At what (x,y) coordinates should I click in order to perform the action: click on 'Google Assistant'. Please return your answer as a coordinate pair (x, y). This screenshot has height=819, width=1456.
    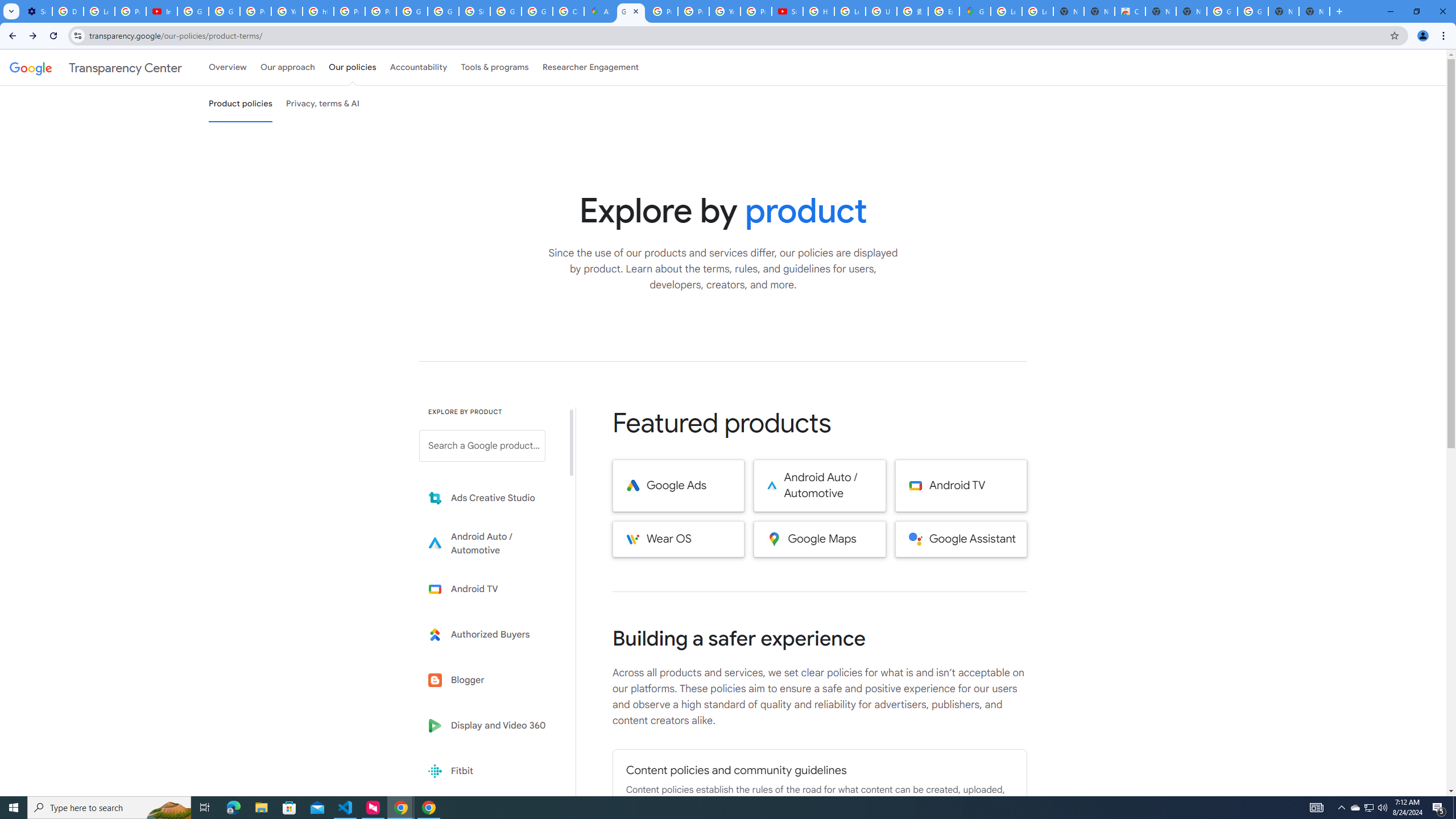
    Looking at the image, I should click on (960, 539).